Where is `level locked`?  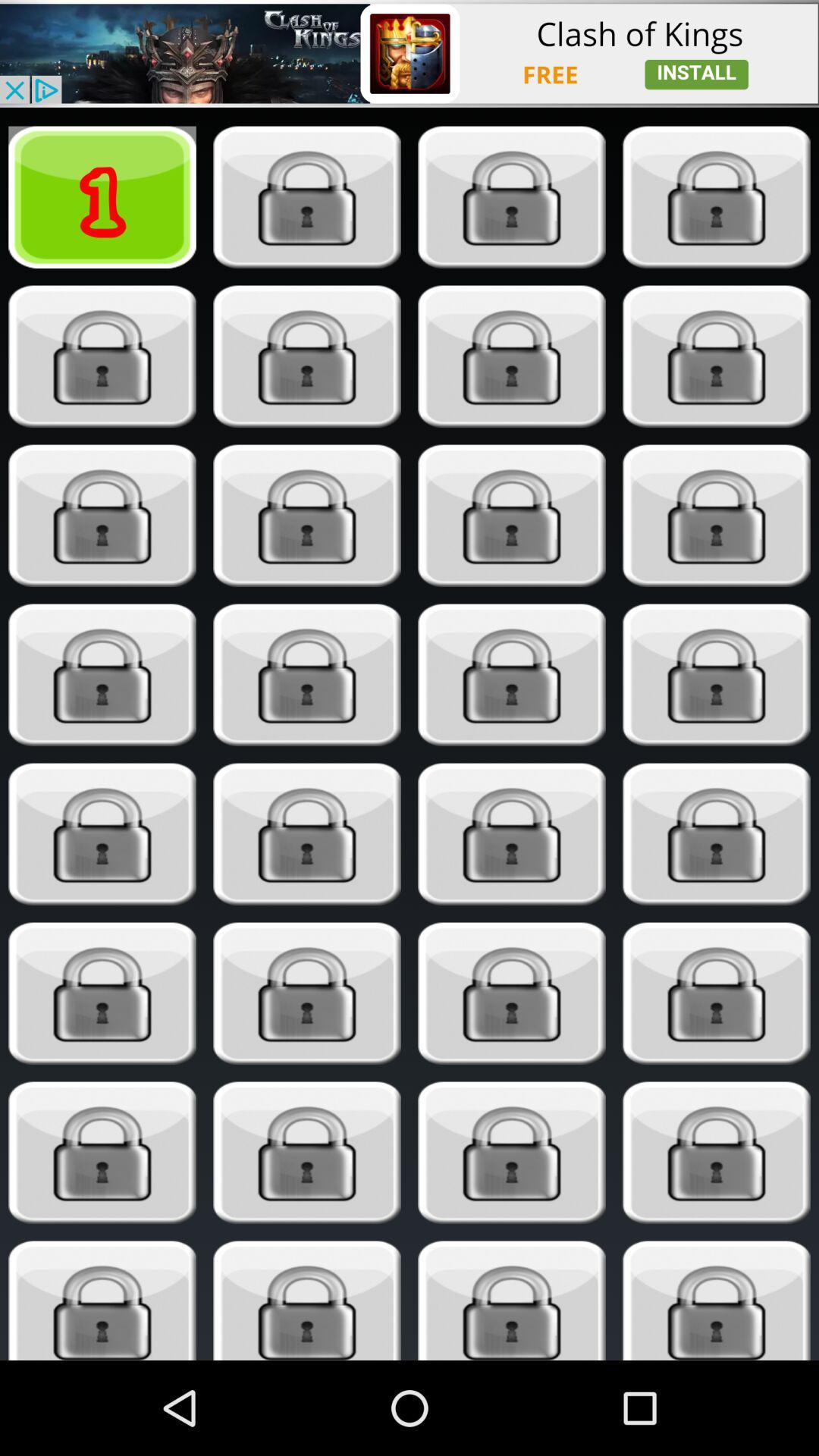
level locked is located at coordinates (102, 1153).